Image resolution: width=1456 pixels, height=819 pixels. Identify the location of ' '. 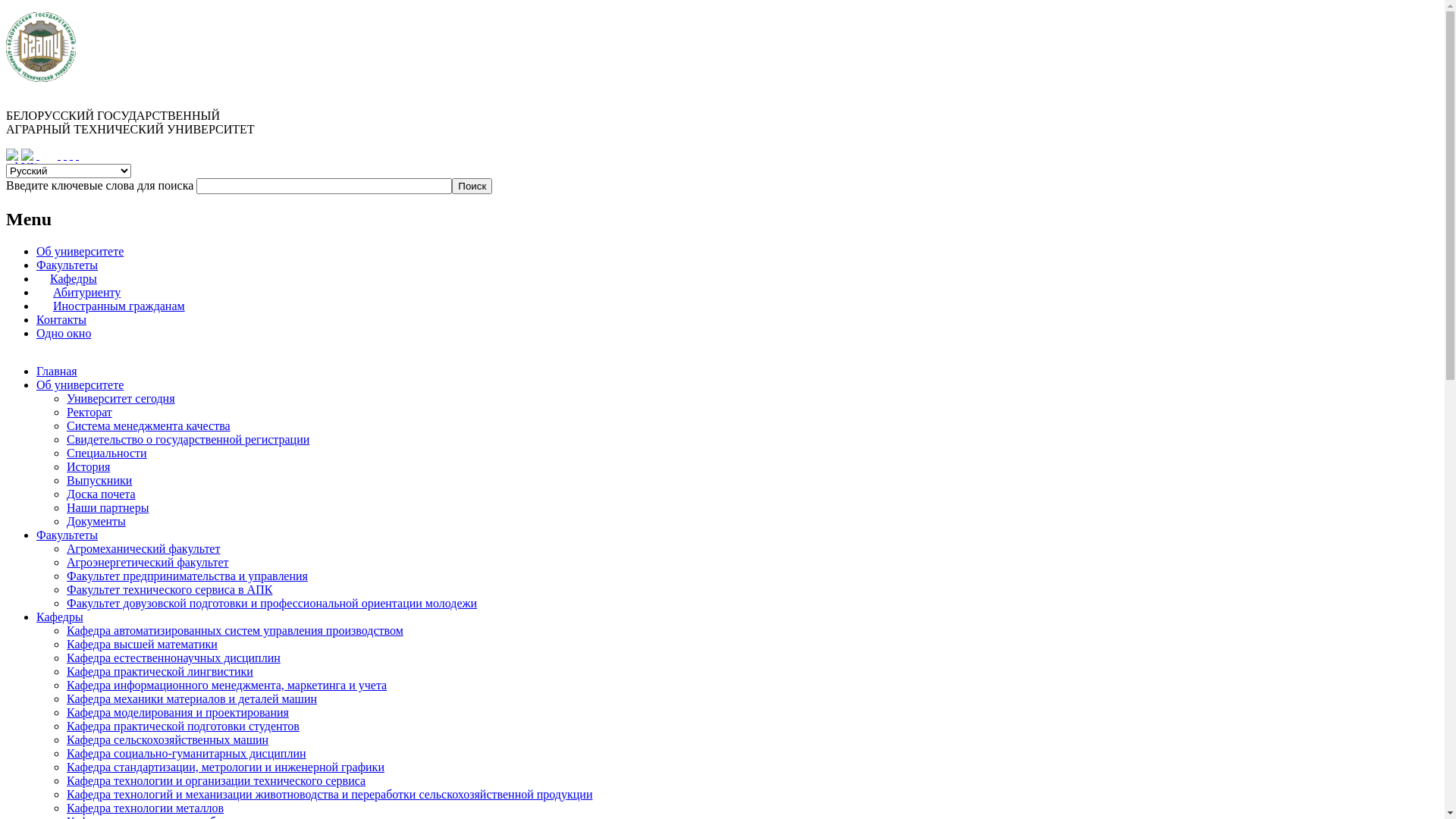
(36, 155).